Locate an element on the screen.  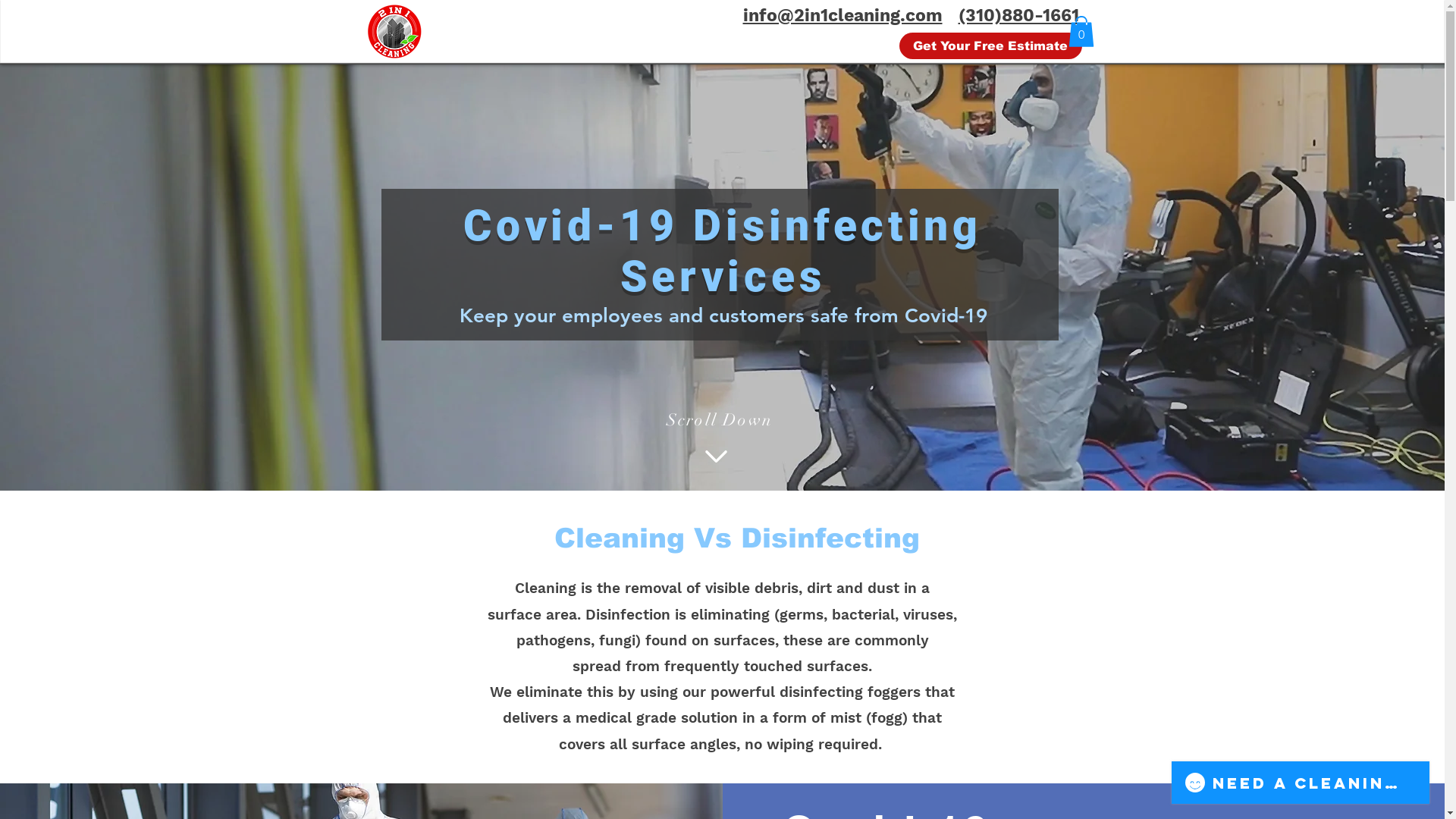
'Get Your Free Estimate' is located at coordinates (990, 45).